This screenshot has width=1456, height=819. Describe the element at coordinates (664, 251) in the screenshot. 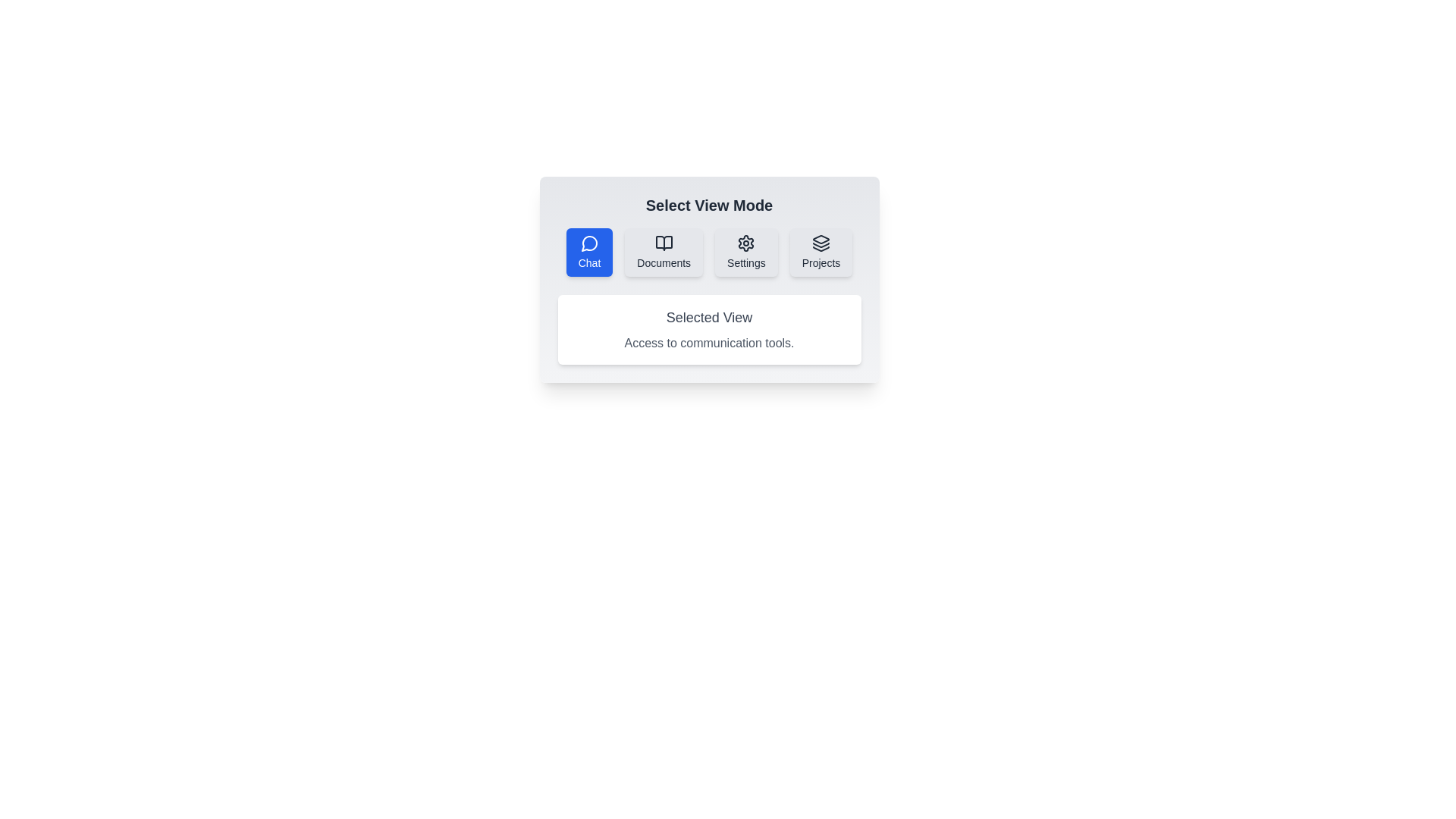

I see `the button labeled 'Documents' to observe its hover effect` at that location.